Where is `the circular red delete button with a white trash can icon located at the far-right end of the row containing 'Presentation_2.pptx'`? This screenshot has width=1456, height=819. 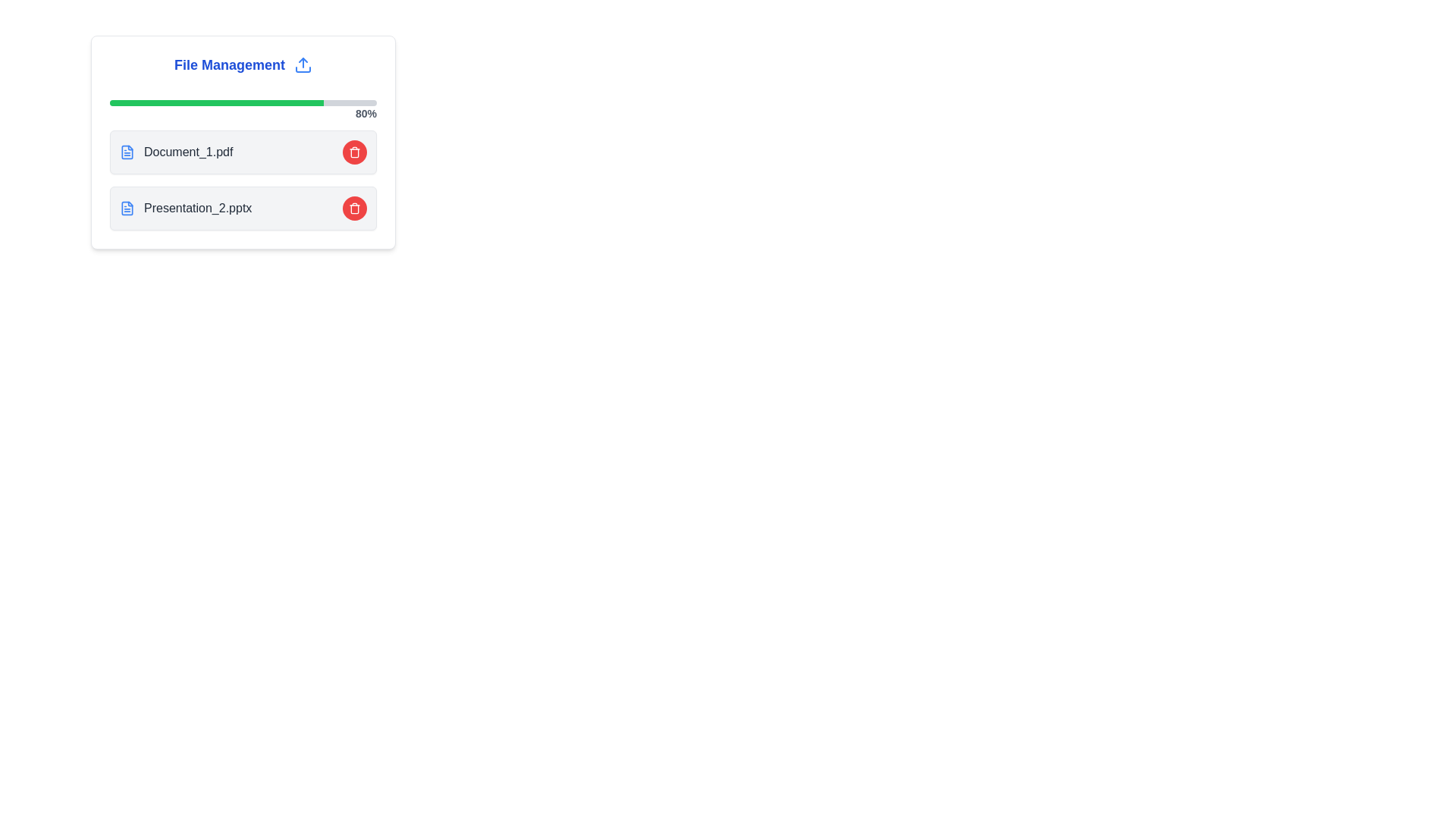
the circular red delete button with a white trash can icon located at the far-right end of the row containing 'Presentation_2.pptx' is located at coordinates (353, 208).